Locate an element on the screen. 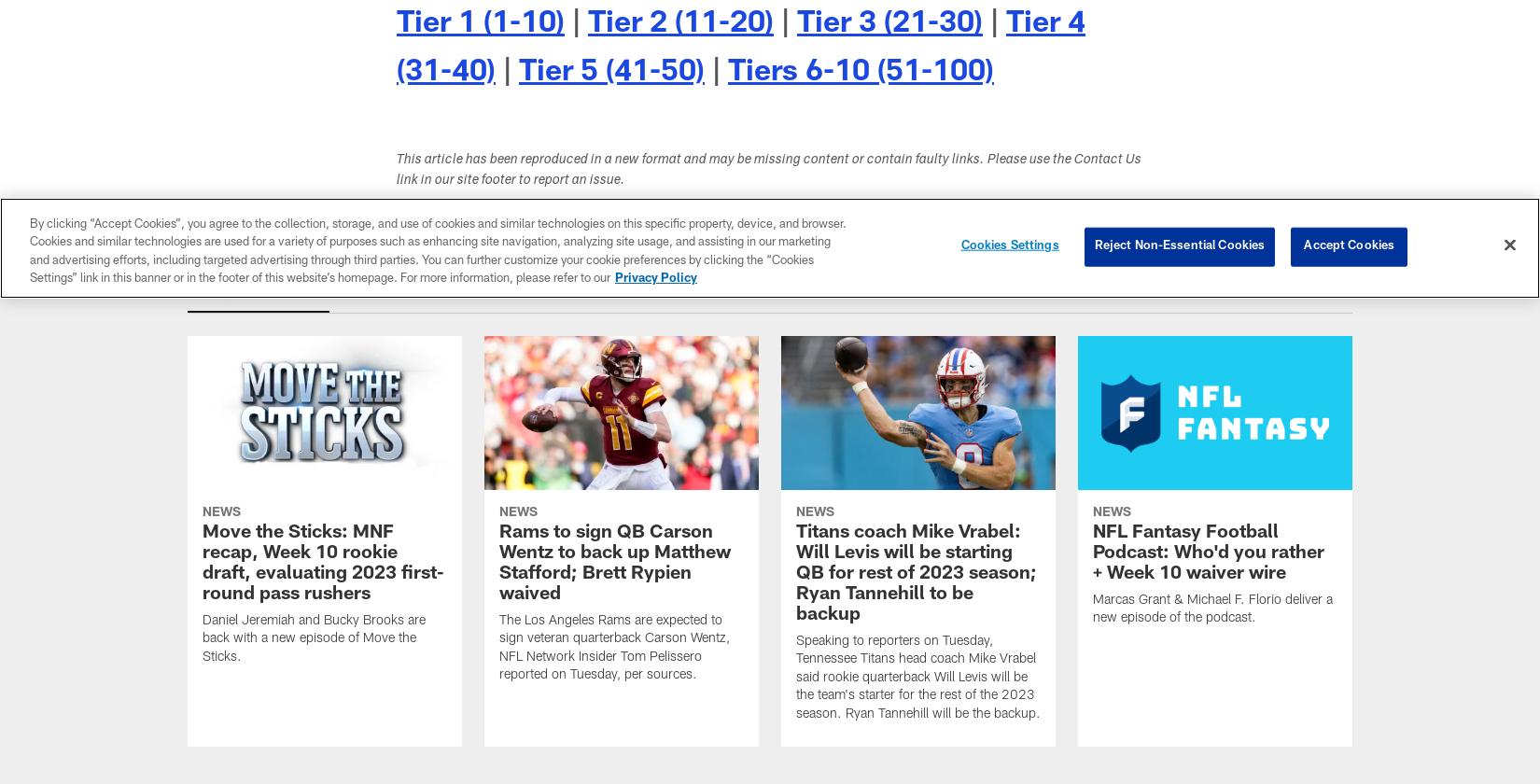 This screenshot has height=784, width=1540. 'Tier 4 (31-40)' is located at coordinates (739, 49).